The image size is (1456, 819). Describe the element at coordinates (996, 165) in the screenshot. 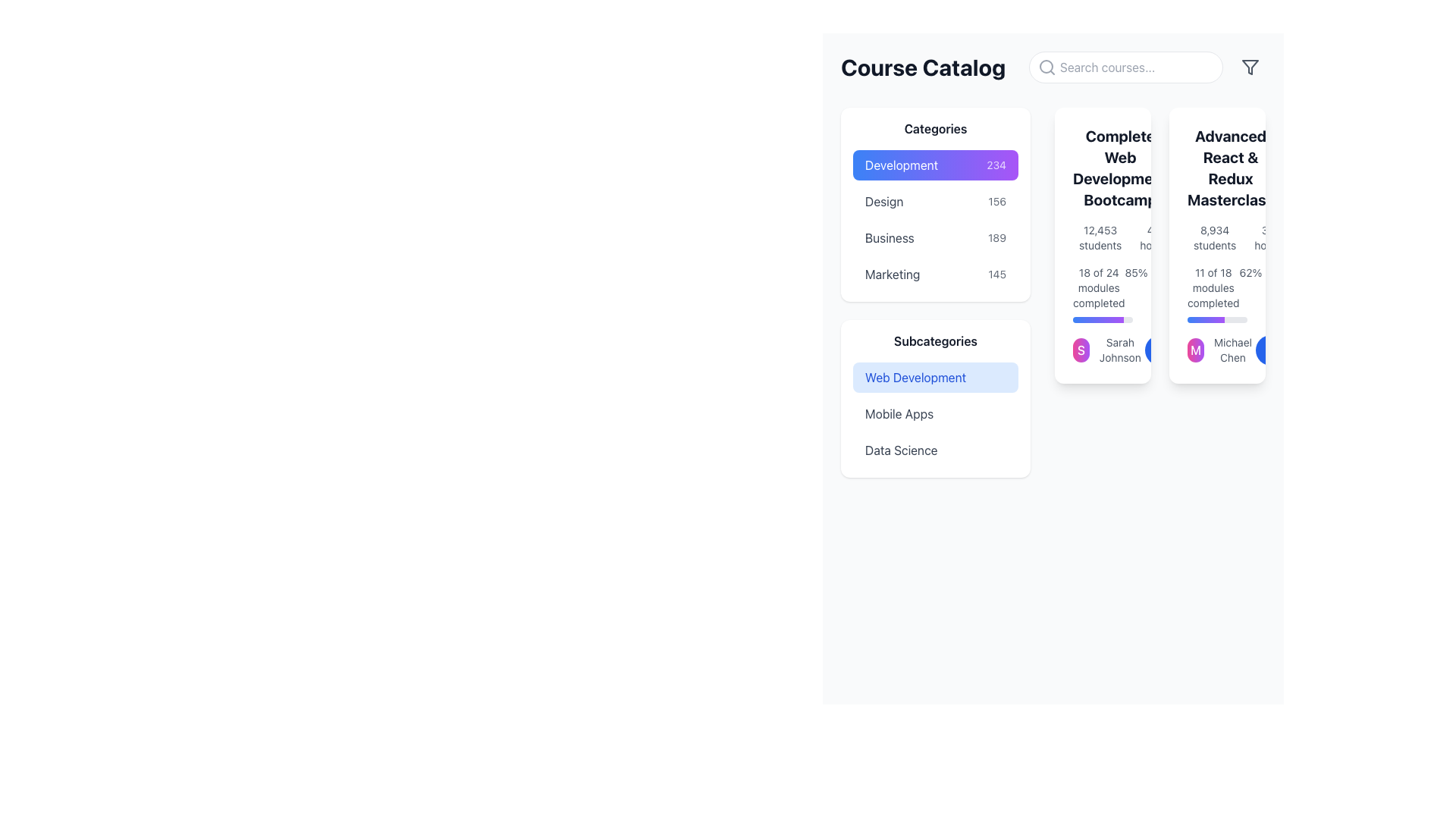

I see `the text label displaying the number '234' located in the 'Development' category section` at that location.